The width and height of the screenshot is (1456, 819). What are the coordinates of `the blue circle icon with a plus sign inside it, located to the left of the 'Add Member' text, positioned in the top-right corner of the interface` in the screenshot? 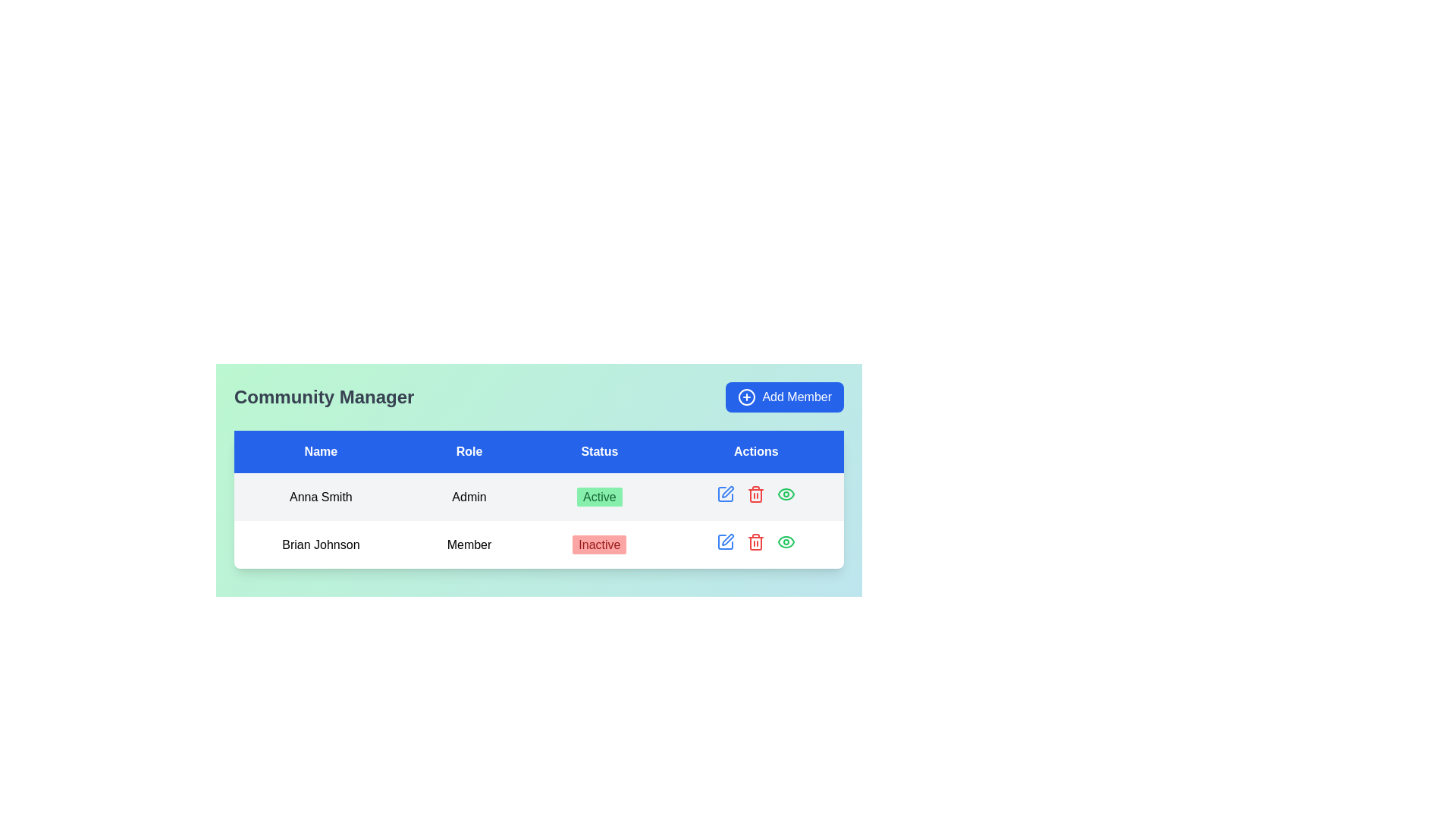 It's located at (747, 397).